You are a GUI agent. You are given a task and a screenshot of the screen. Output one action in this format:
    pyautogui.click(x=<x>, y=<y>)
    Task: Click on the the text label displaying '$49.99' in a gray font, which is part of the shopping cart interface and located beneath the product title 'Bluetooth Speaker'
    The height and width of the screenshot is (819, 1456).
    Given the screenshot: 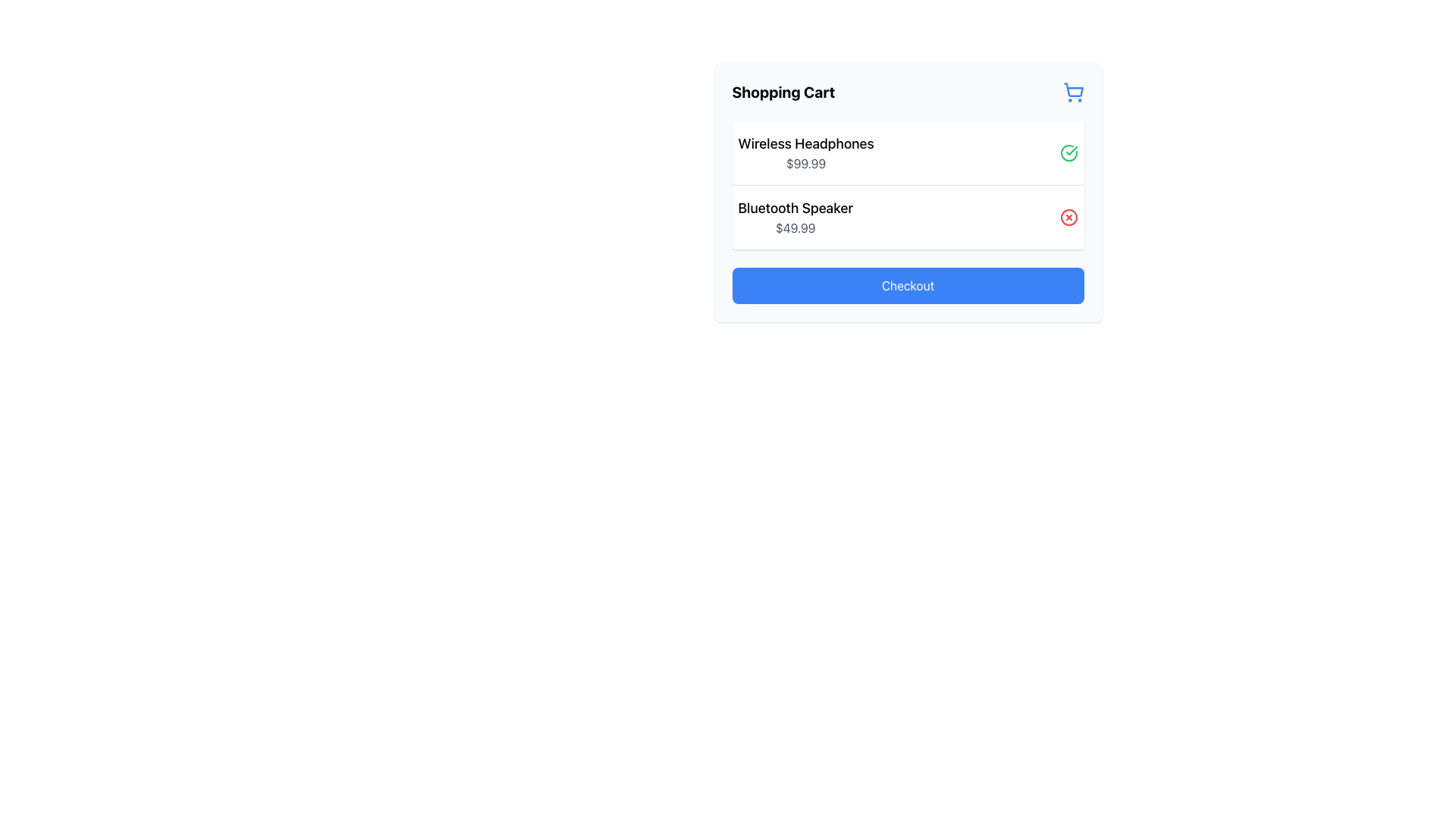 What is the action you would take?
    pyautogui.click(x=795, y=227)
    